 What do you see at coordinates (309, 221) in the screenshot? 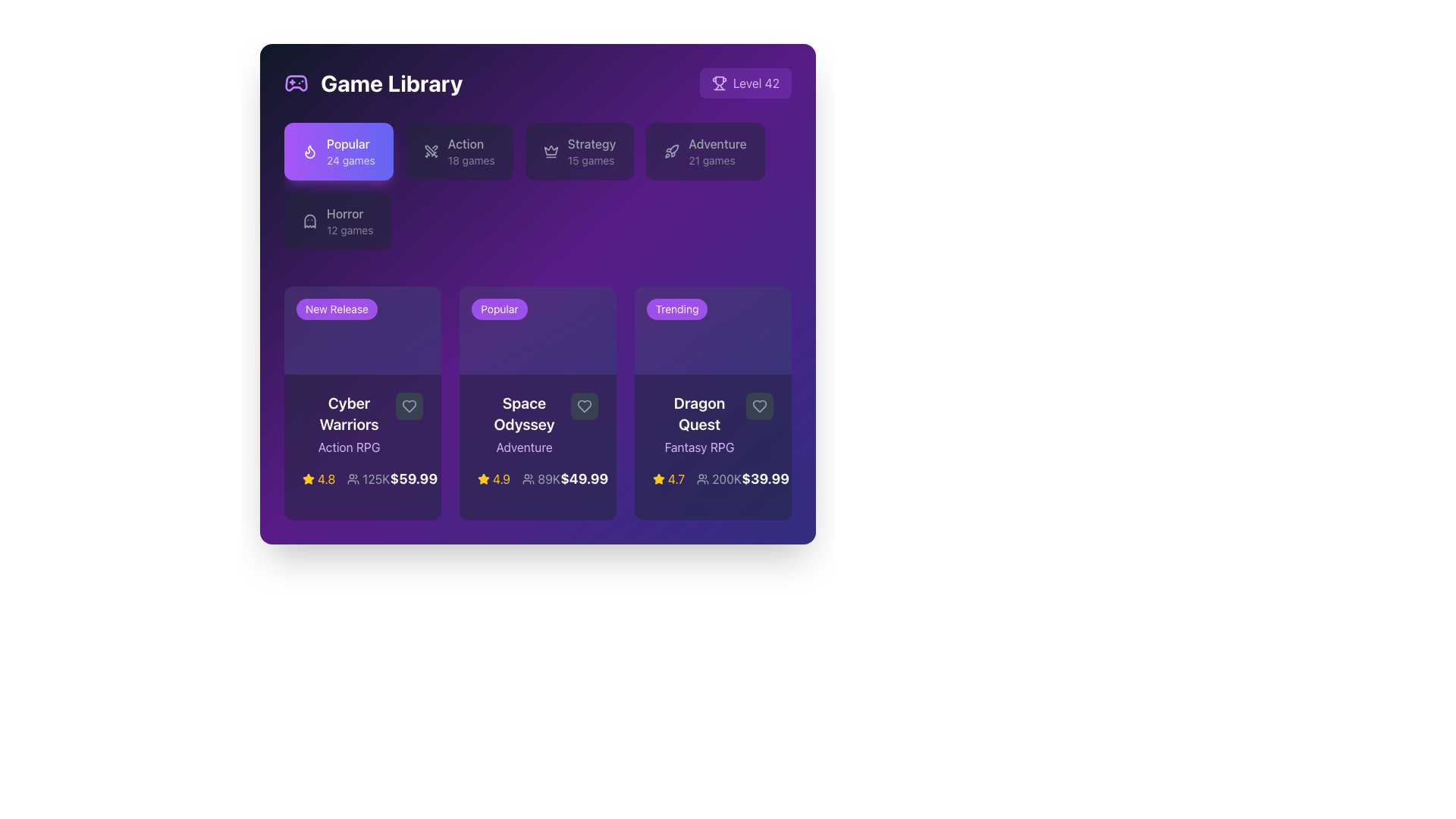
I see `the ghost-shaped vector icon located in the upper left section of the interface, adjacent to the 'Horror' category` at bounding box center [309, 221].